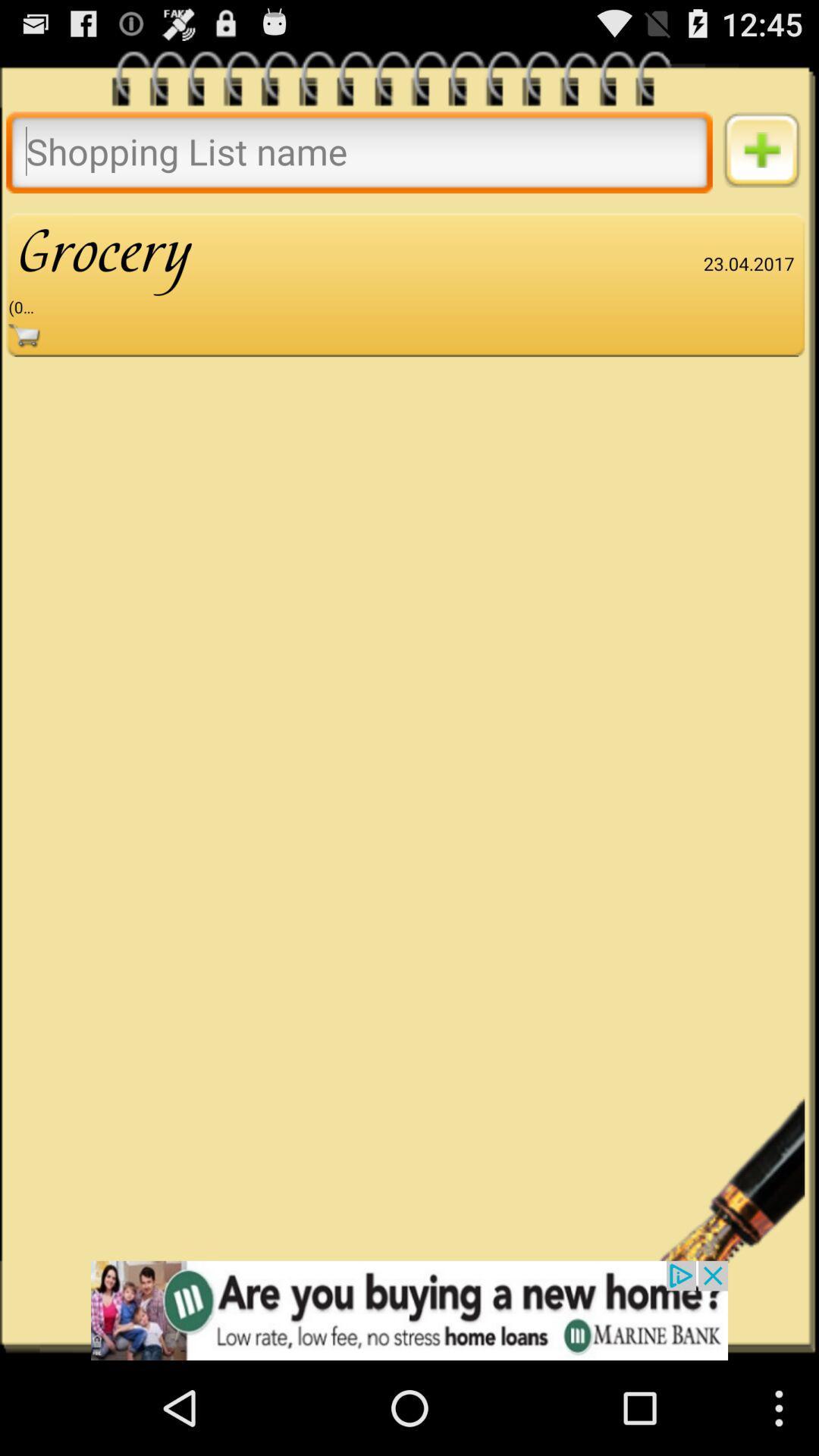  What do you see at coordinates (761, 160) in the screenshot?
I see `the add icon` at bounding box center [761, 160].